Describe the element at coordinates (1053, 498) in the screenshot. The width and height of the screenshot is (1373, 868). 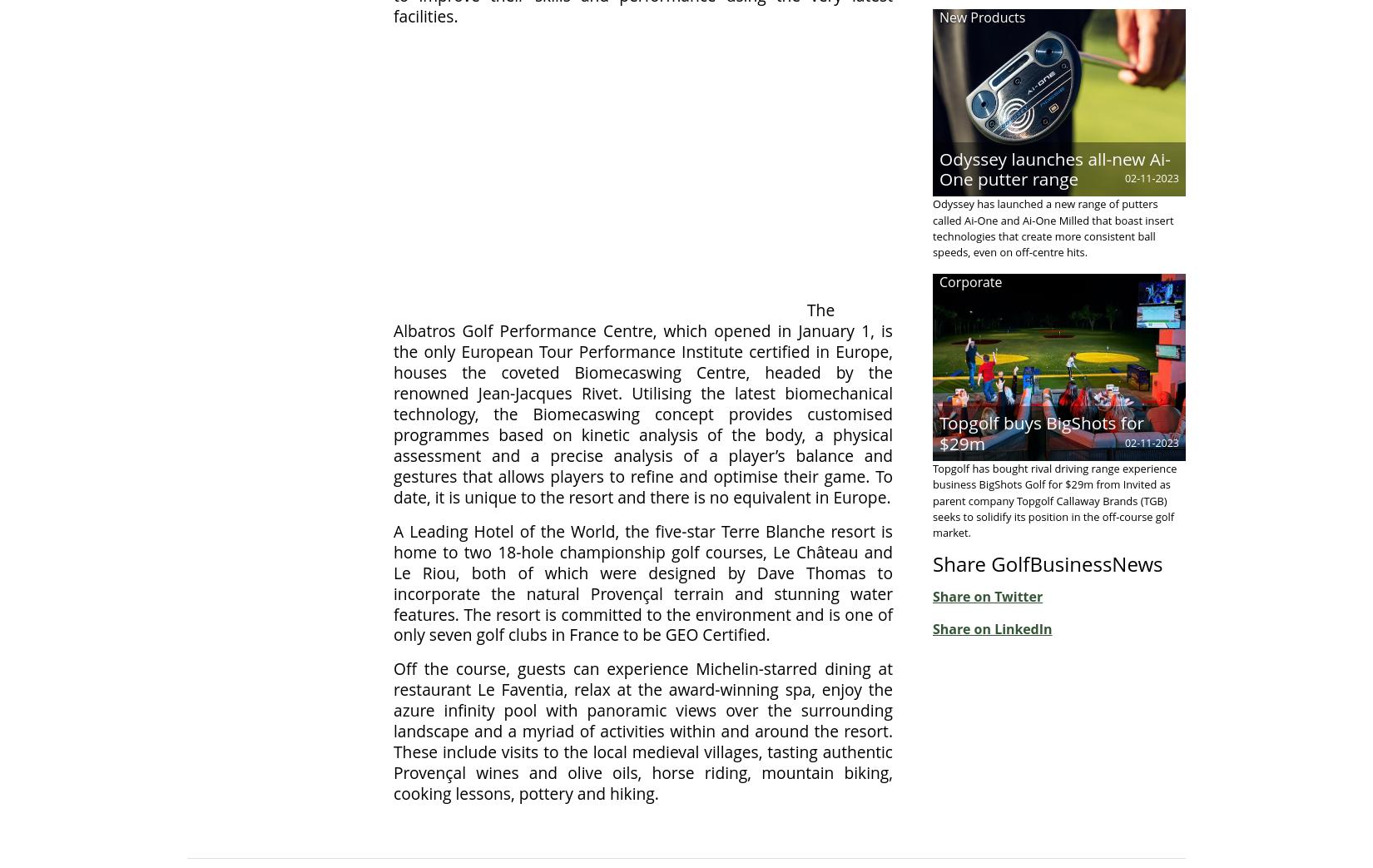
I see `'Topgolf has bought rival driving range experience business BigShots Golf for $29m from Invited as parent company Topgolf Callaway Brands (TGB) seeks to solidify its position in the off-course golf market.'` at that location.